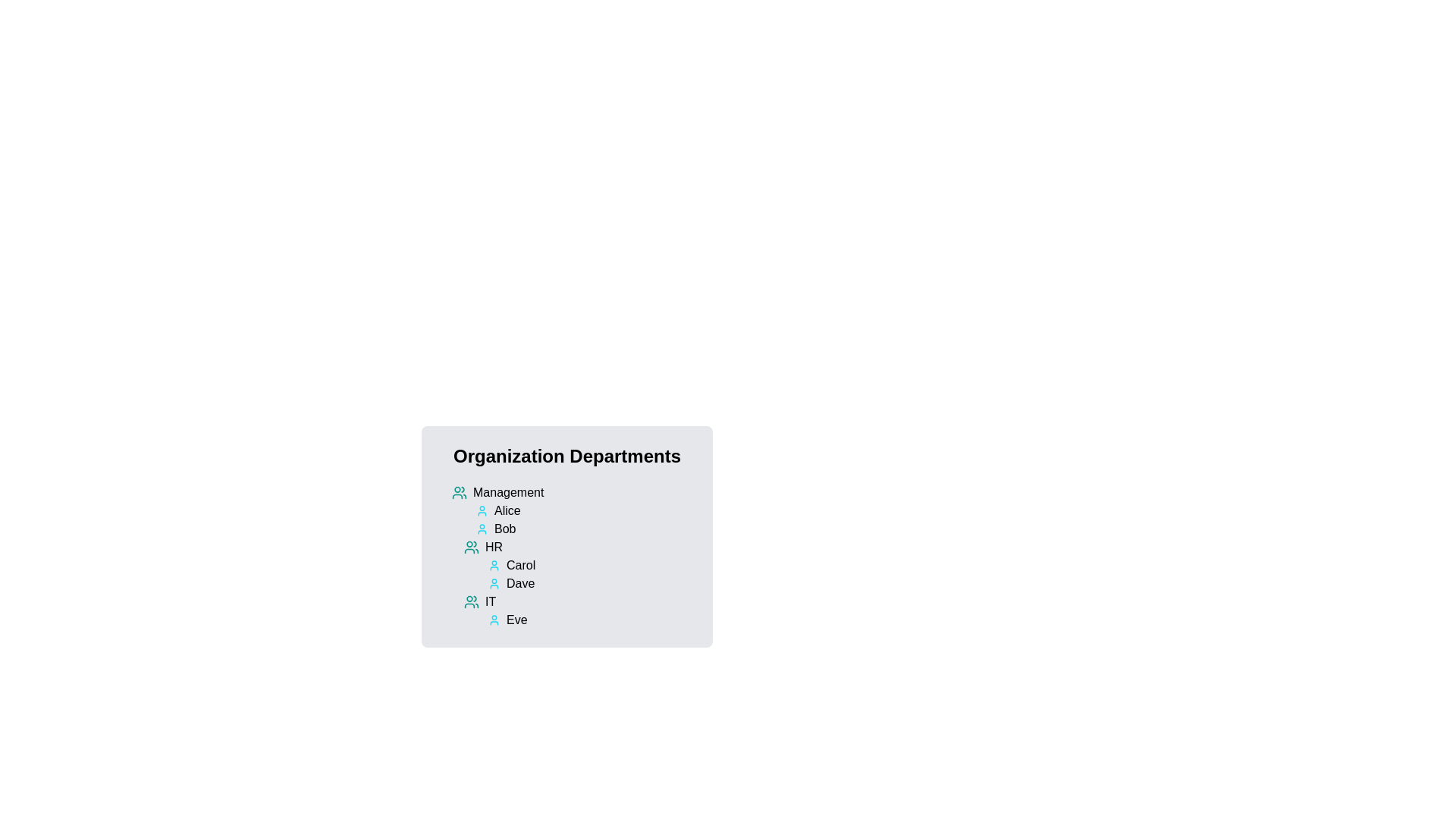  What do you see at coordinates (585, 529) in the screenshot?
I see `the list item representing 'Bob' in the 'Management' group` at bounding box center [585, 529].